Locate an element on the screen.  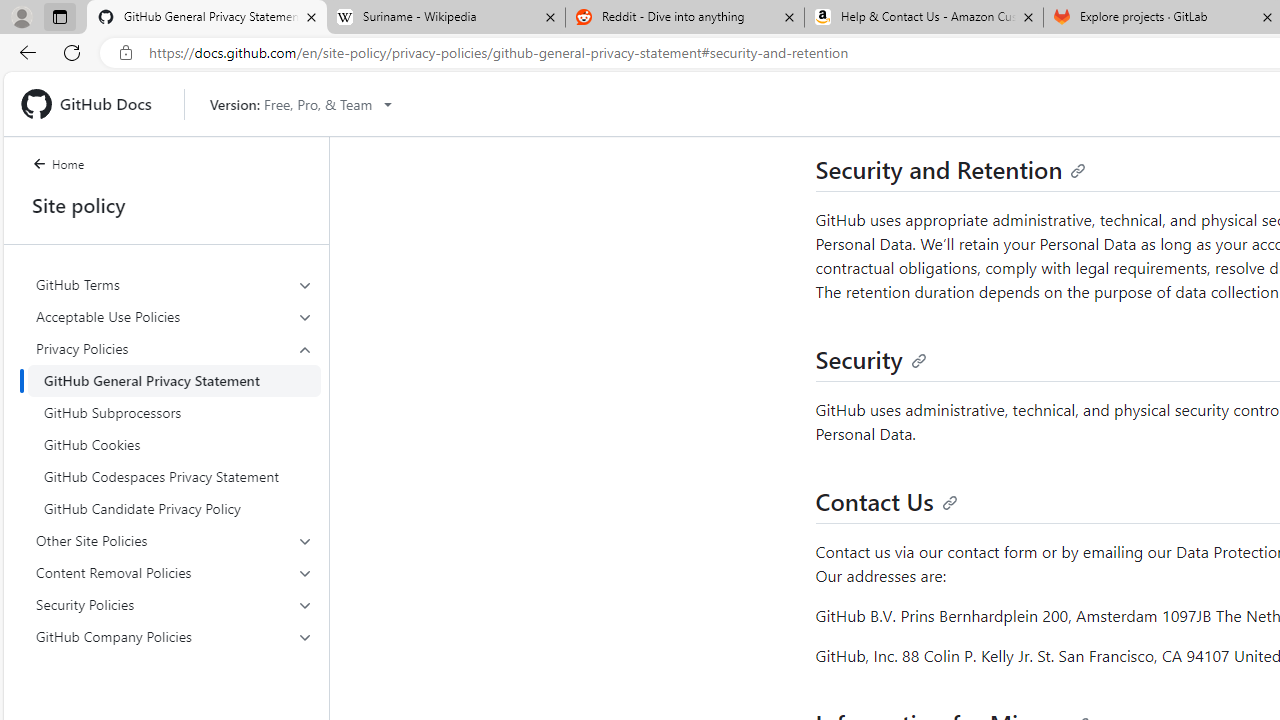
'GitHub Company Policies' is located at coordinates (174, 636).